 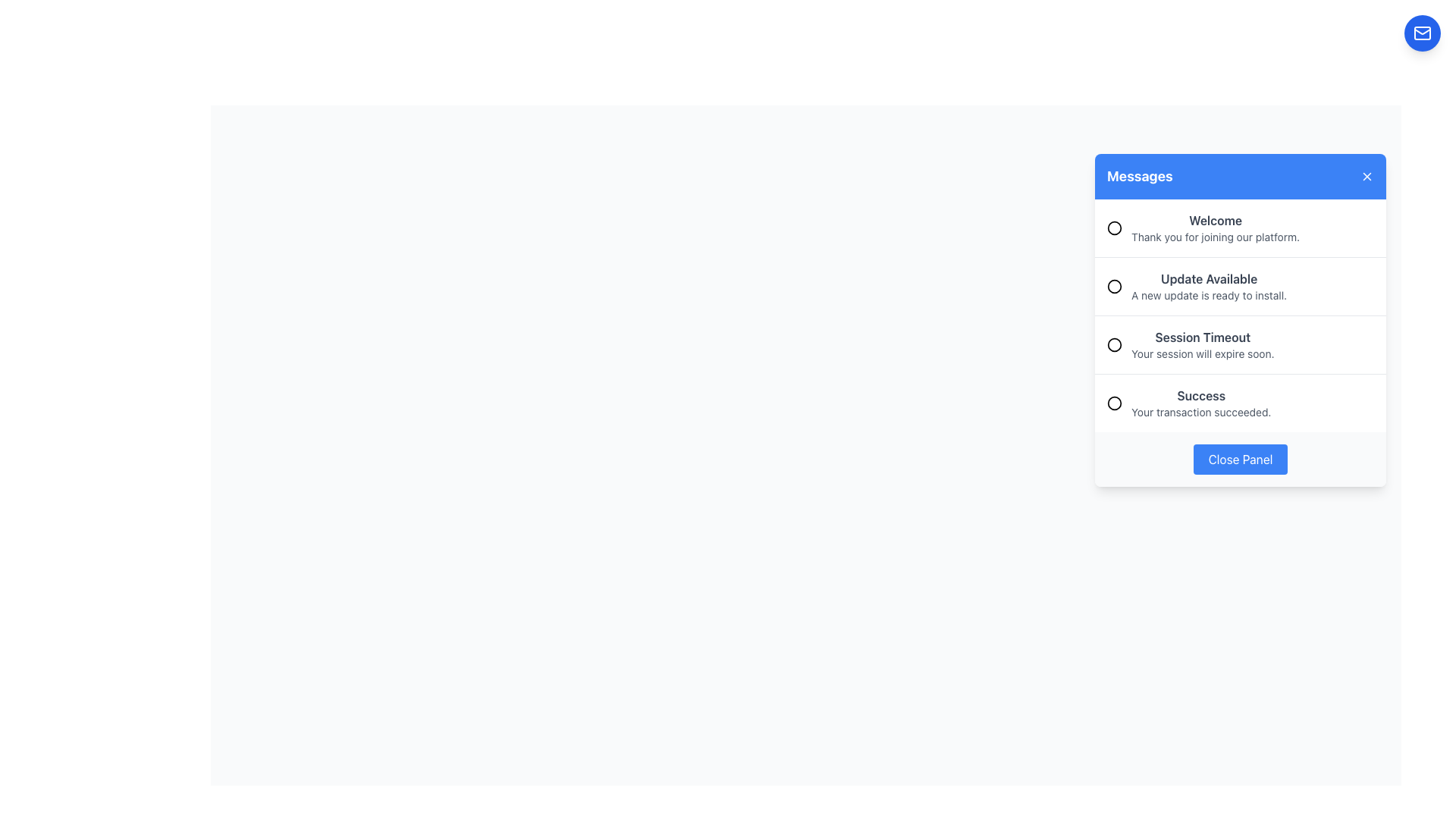 I want to click on the Circle shape icon in the 'Update Available' group within the 'Messages' panel to visually mark a status or option, so click(x=1114, y=287).